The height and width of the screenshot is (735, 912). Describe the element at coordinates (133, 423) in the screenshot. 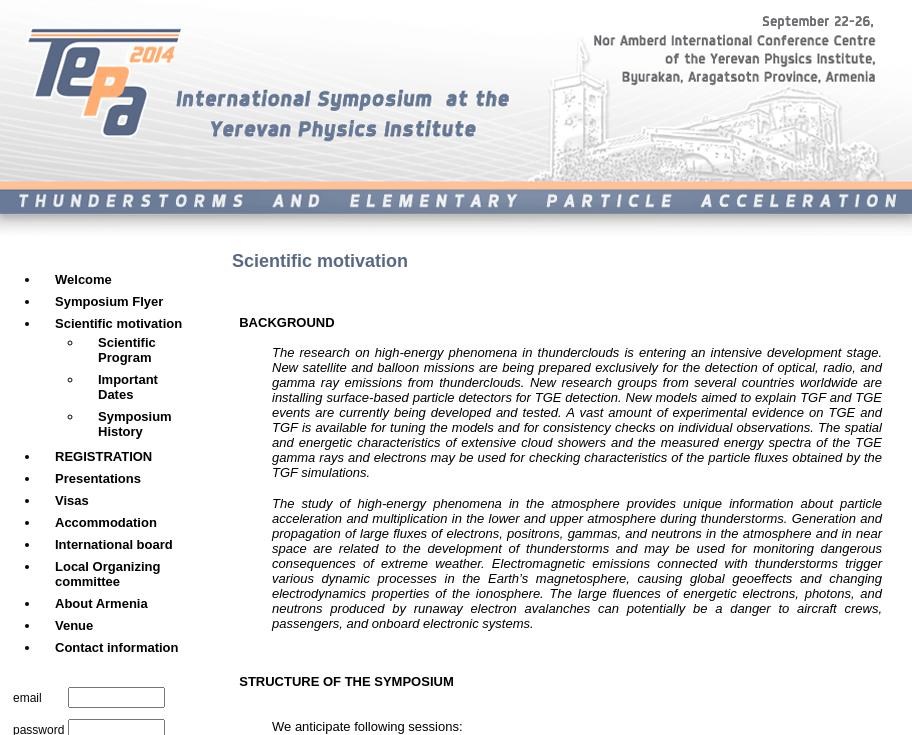

I see `'Symposium History'` at that location.